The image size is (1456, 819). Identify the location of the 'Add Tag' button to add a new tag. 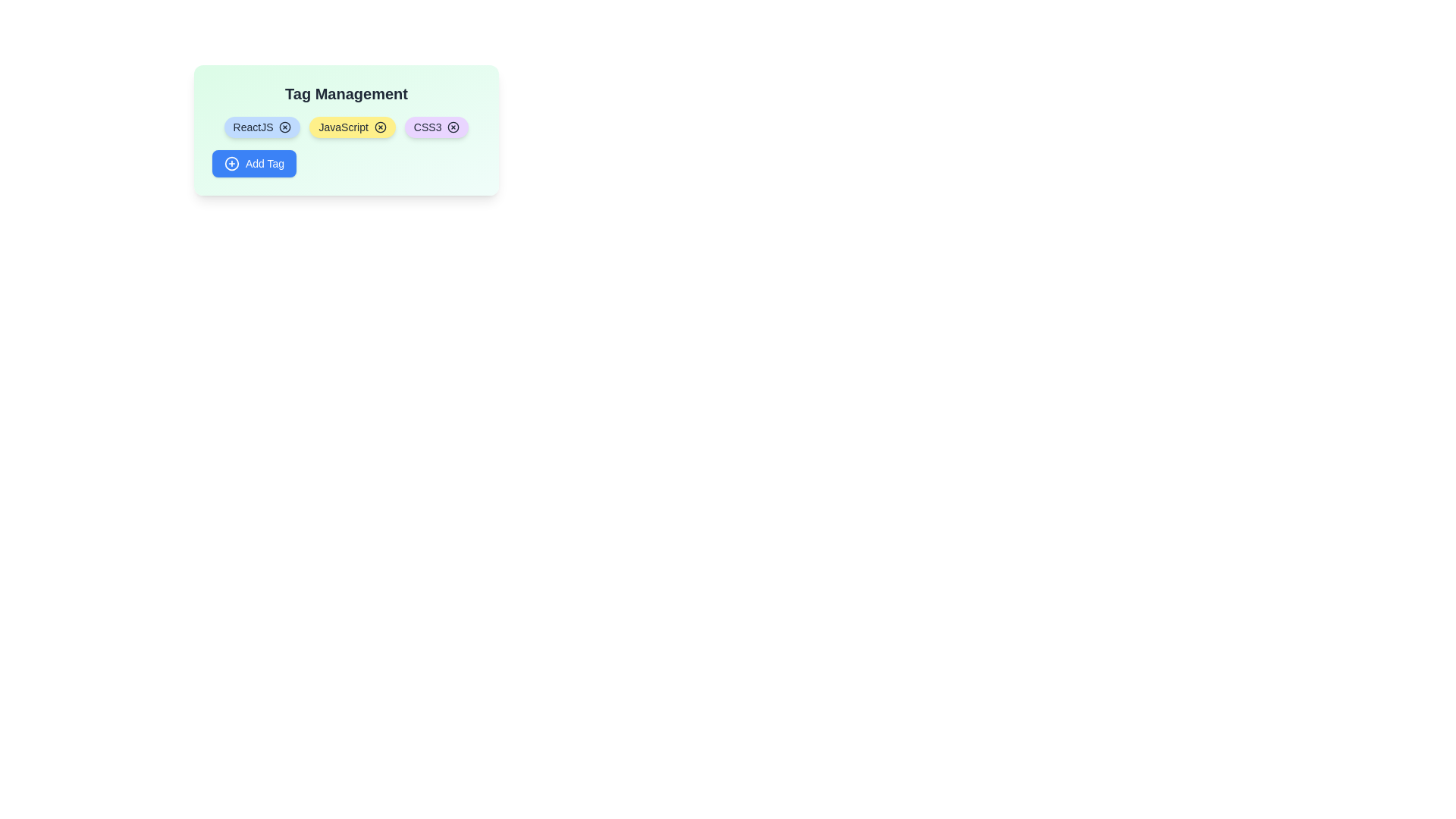
(254, 164).